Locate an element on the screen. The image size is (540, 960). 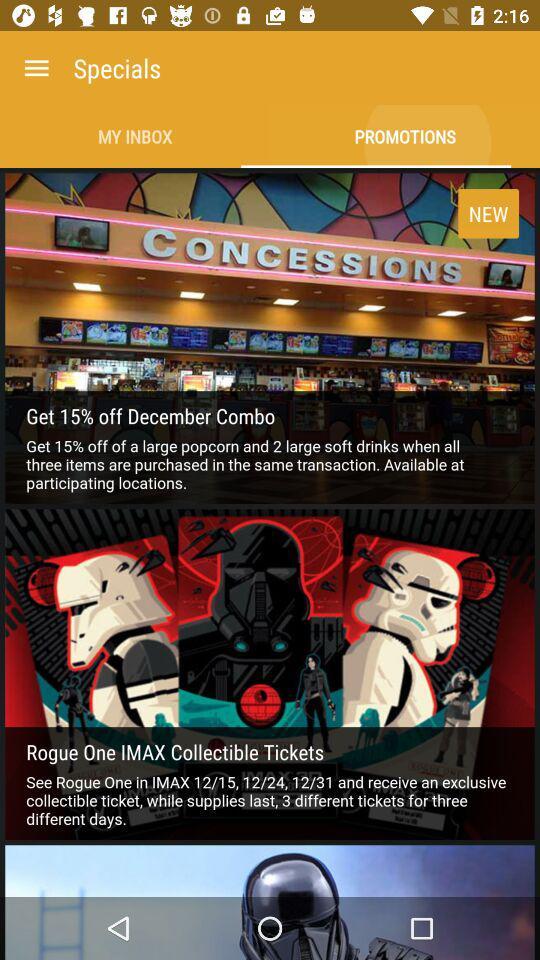
item to the left of specials icon is located at coordinates (36, 68).